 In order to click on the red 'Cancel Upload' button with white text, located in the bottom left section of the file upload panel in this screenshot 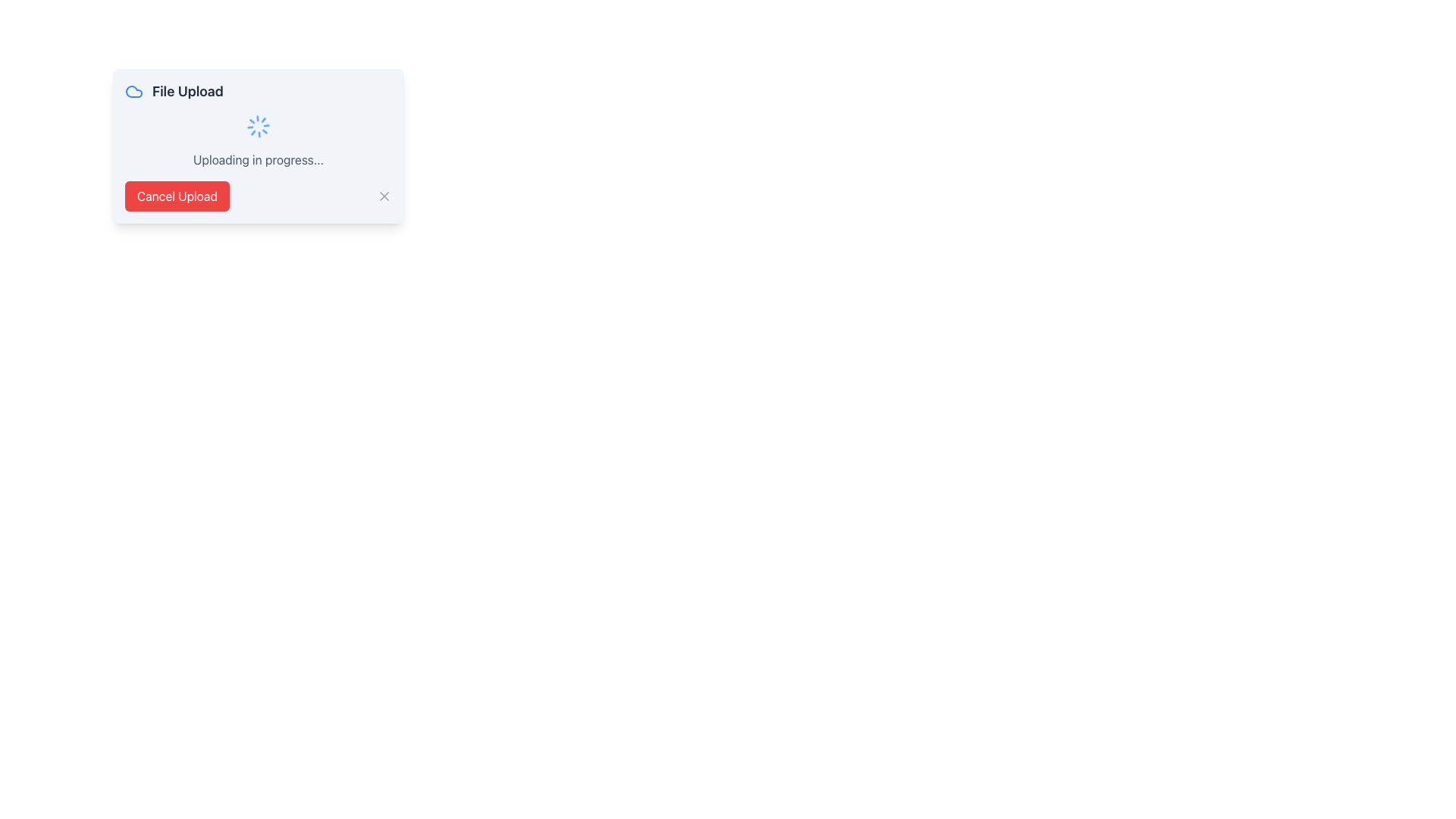, I will do `click(177, 195)`.